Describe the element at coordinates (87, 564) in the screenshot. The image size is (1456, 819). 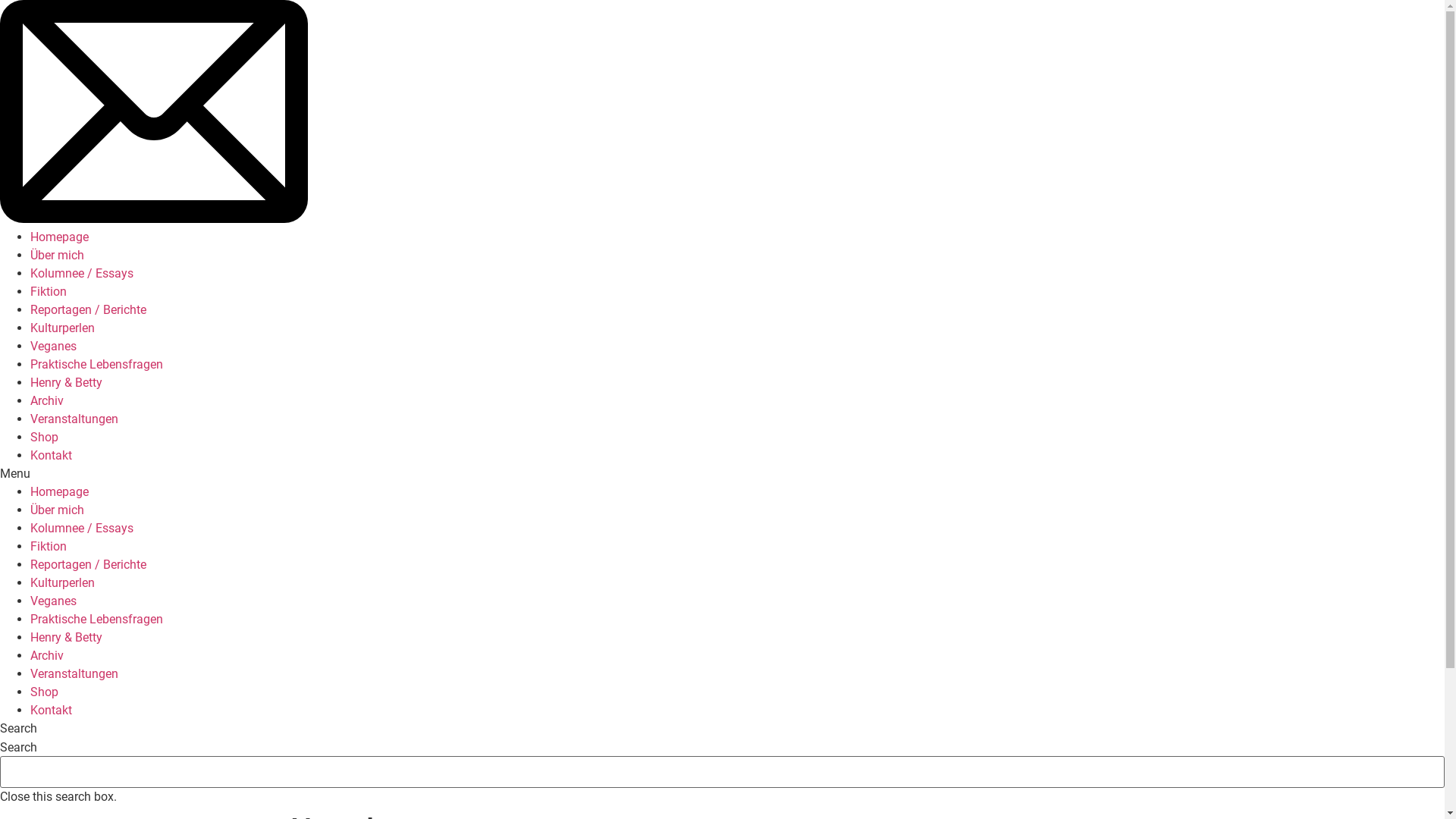
I see `'Reportagen / Berichte'` at that location.